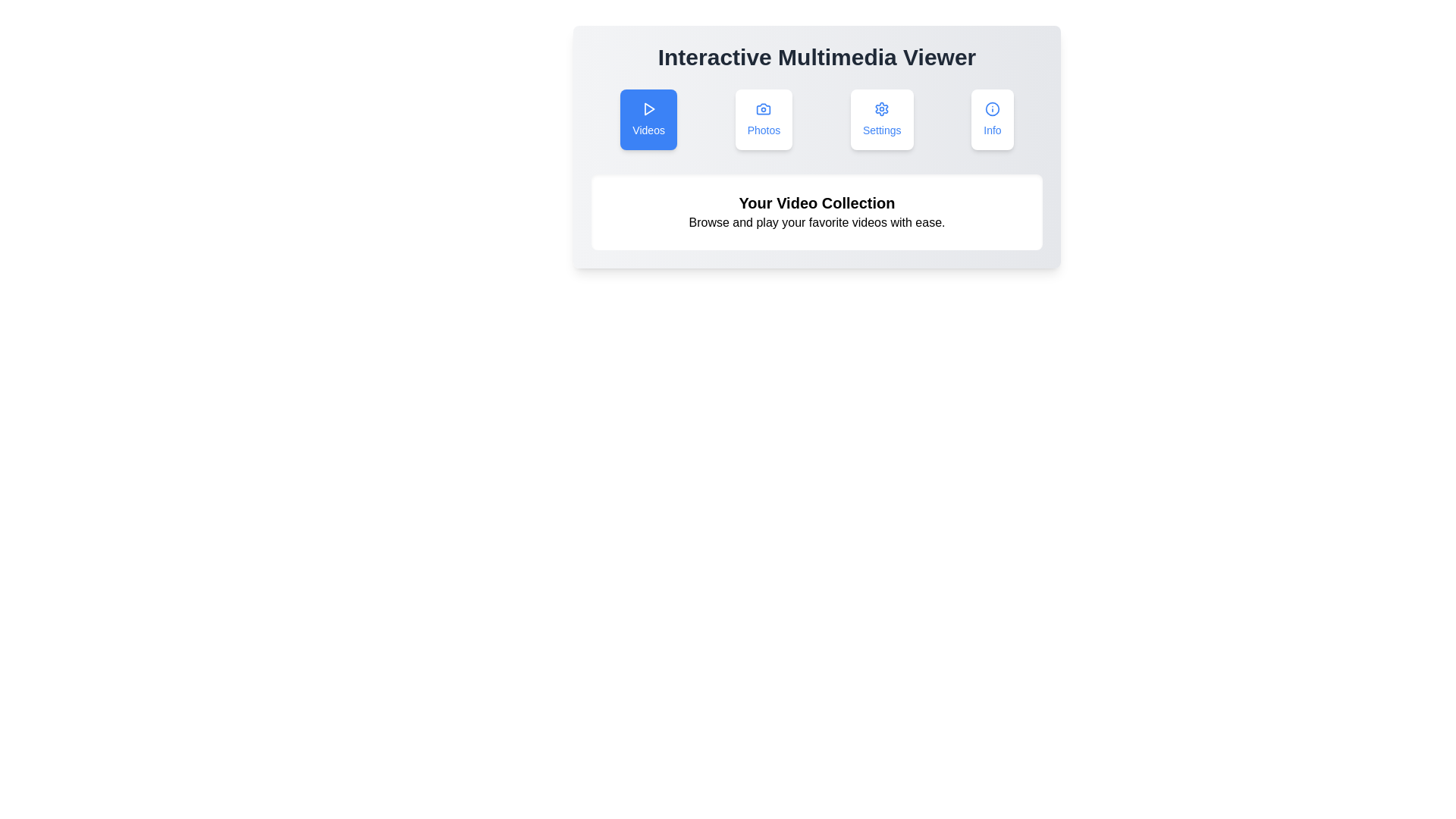 This screenshot has height=819, width=1456. What do you see at coordinates (649, 108) in the screenshot?
I see `the triangular play icon located inside the blue circular button labeled 'Videos', which is the first button in a row of four at the upper section of the interface` at bounding box center [649, 108].